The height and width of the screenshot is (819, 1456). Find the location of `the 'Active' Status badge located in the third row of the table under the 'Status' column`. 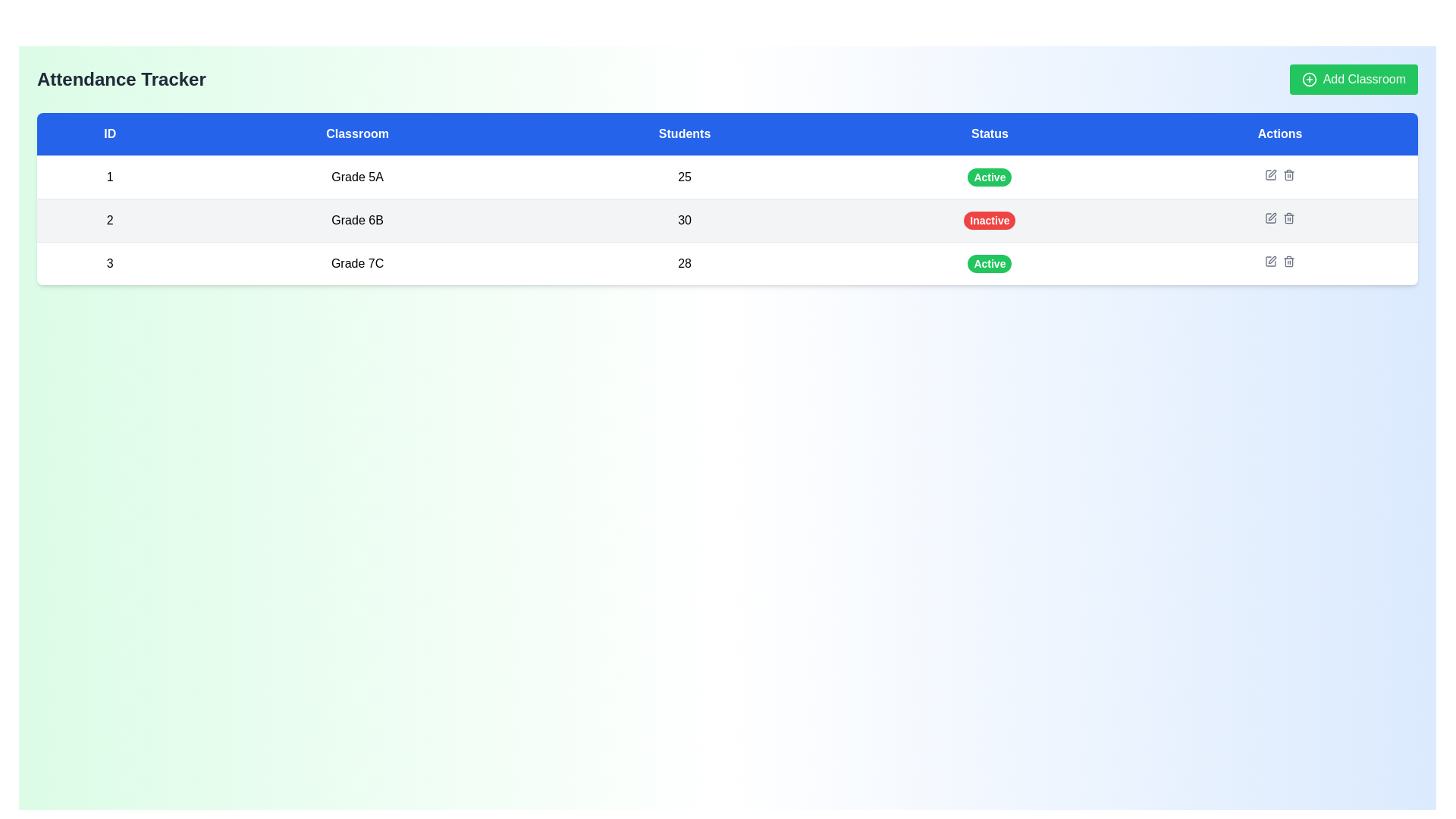

the 'Active' Status badge located in the third row of the table under the 'Status' column is located at coordinates (990, 262).